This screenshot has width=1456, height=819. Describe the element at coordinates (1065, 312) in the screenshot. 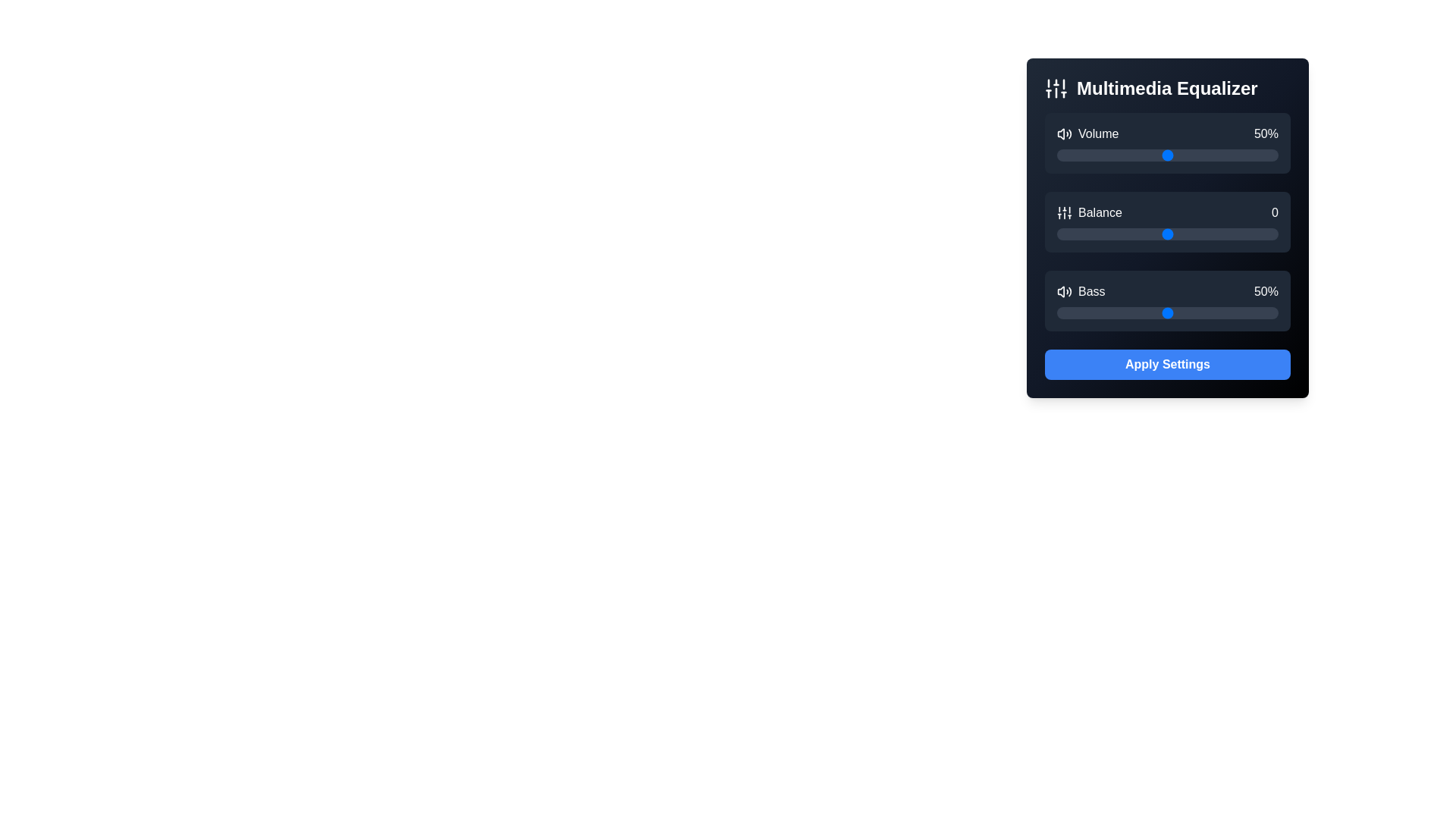

I see `bass level` at that location.